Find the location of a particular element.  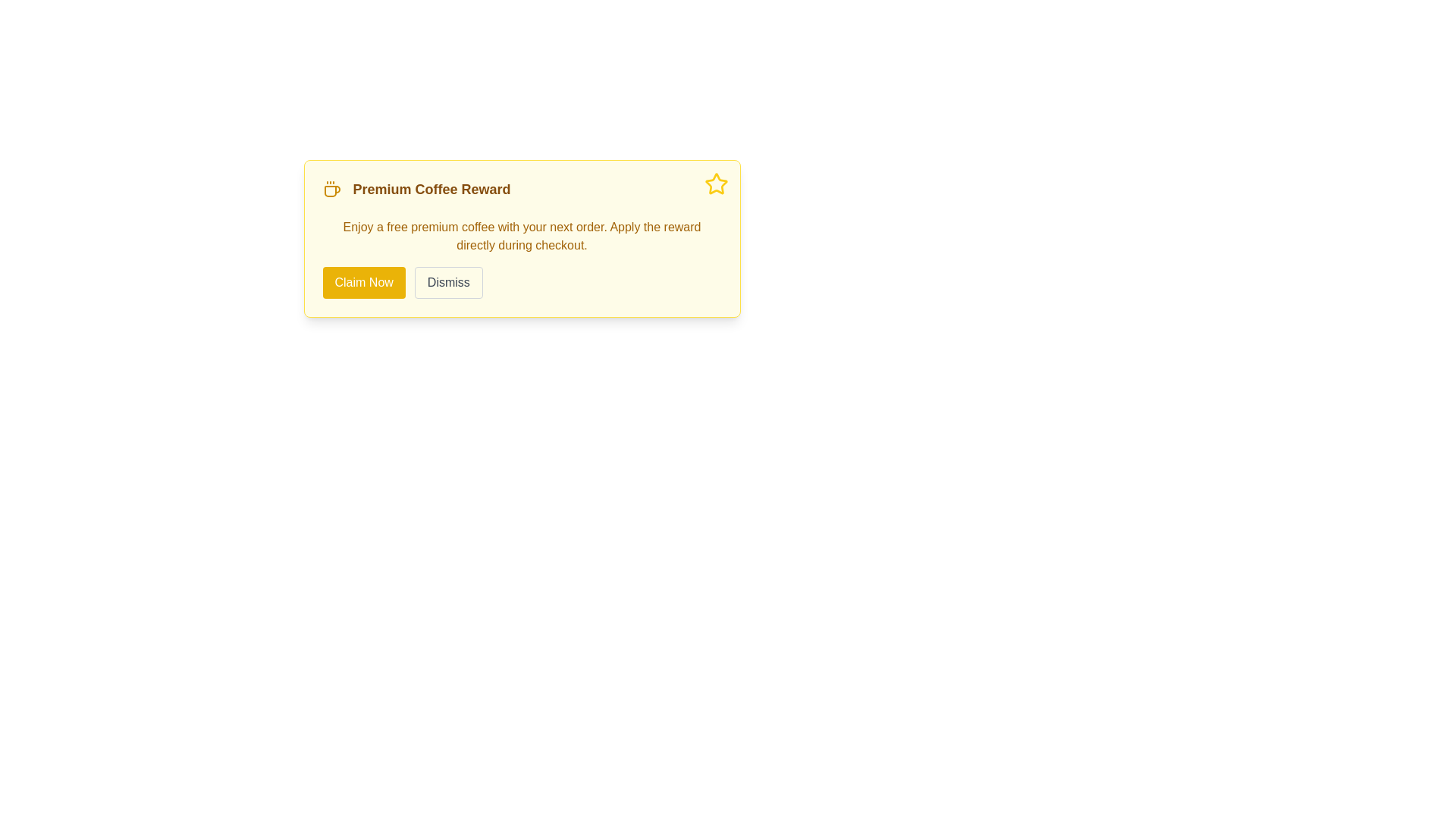

the 'Dismiss' button in the Button Group located at the bottom of the 'Premium Coffee Reward' section for interaction preview is located at coordinates (522, 283).